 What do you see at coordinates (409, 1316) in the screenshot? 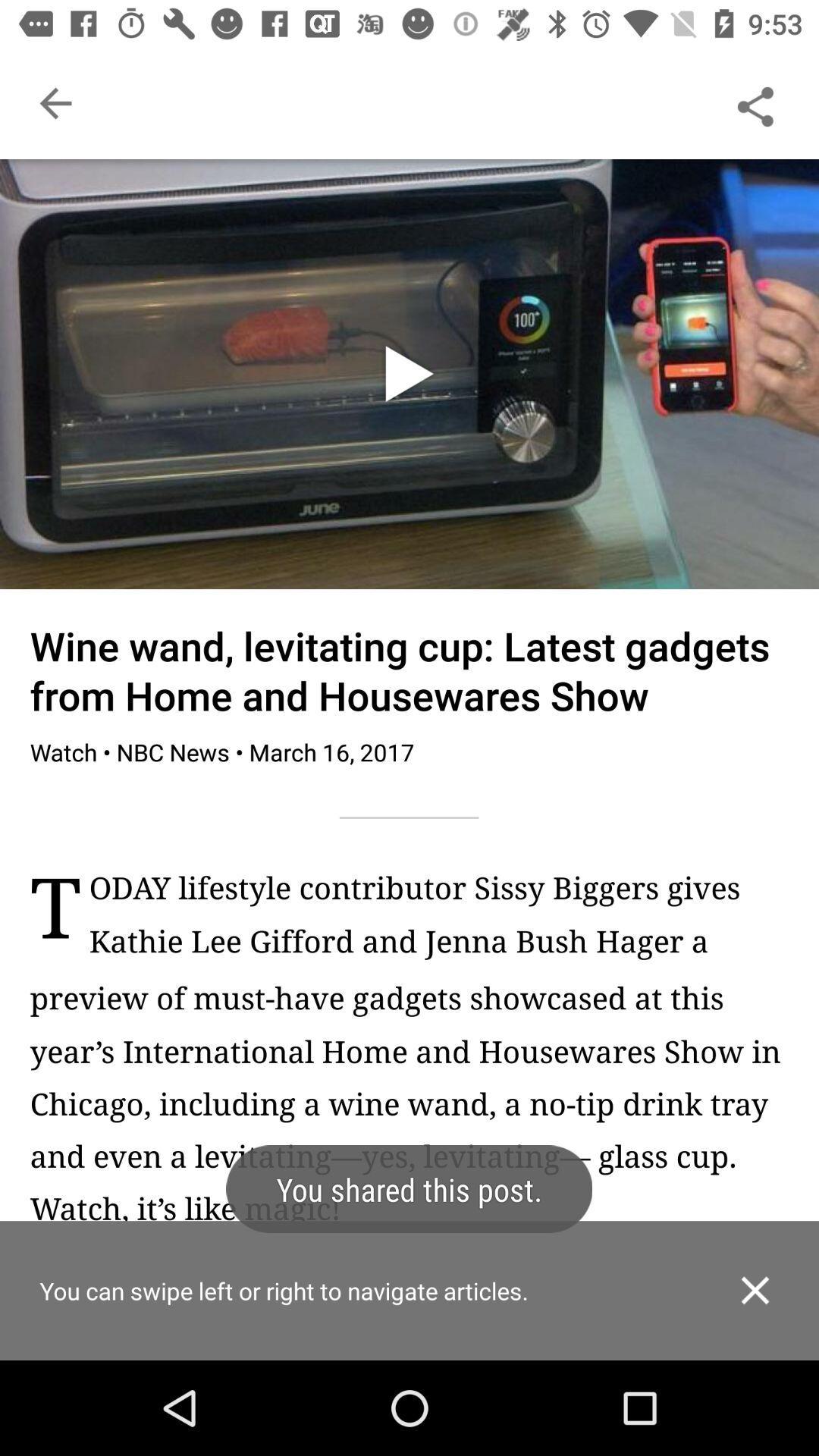
I see `the navigate articles` at bounding box center [409, 1316].